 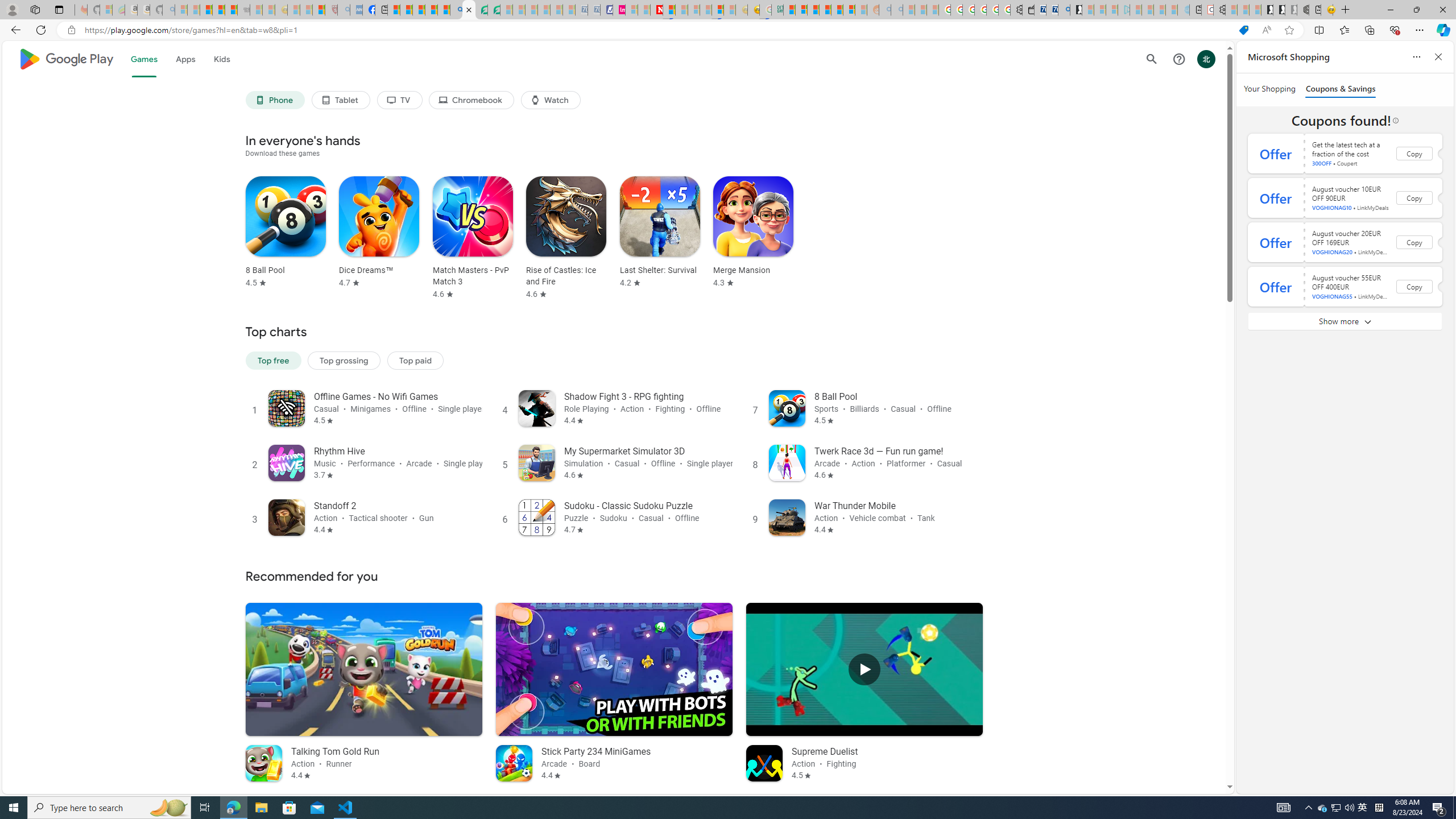 What do you see at coordinates (656, 9) in the screenshot?
I see `'Latest Politics News & Archive | Newsweek.com'` at bounding box center [656, 9].